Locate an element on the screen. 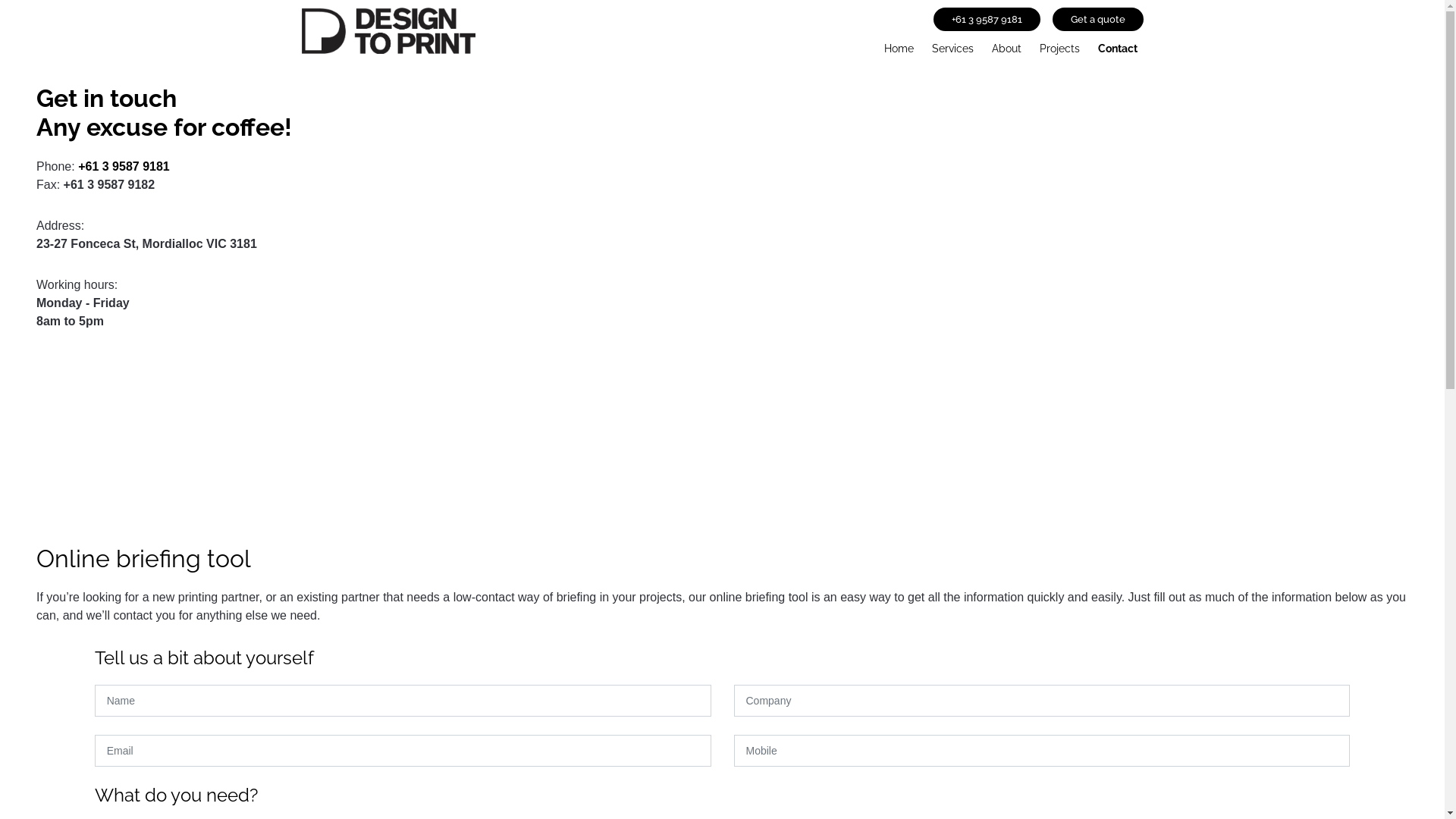 The image size is (1456, 819). 'Contact' is located at coordinates (1117, 45).